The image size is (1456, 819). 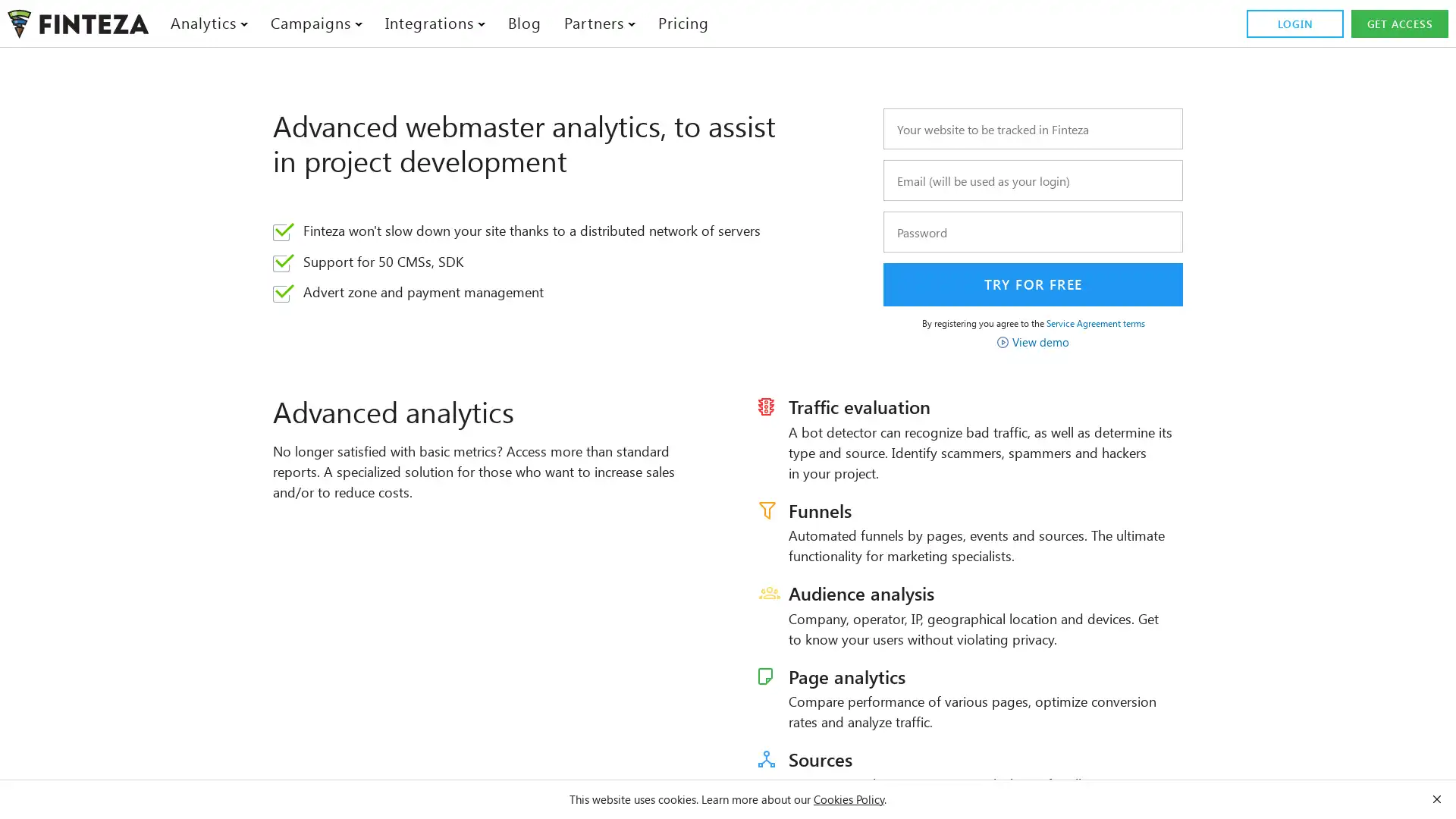 I want to click on Try for free, so click(x=1032, y=284).